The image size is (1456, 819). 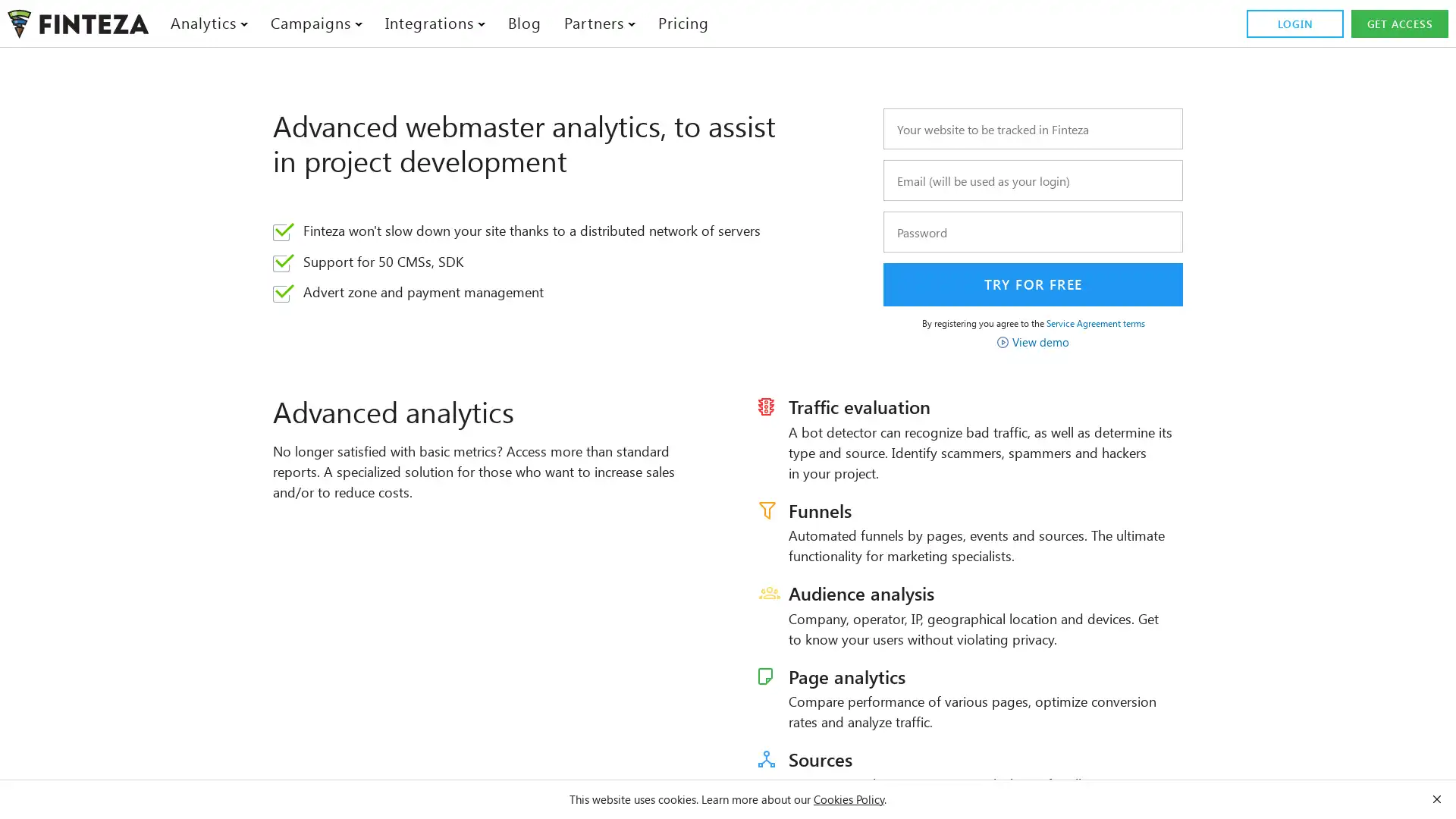 I want to click on Try for free, so click(x=1032, y=284).